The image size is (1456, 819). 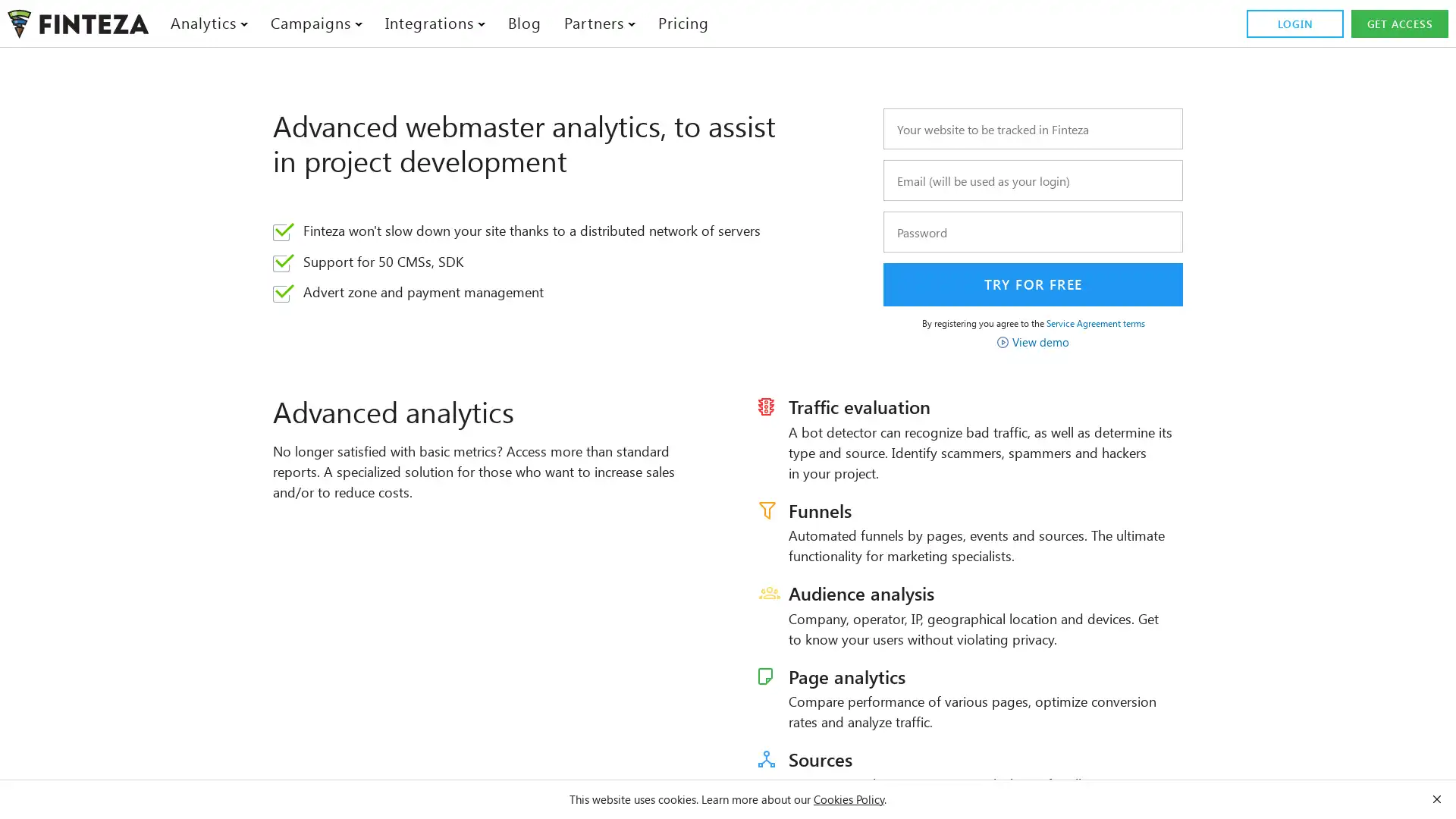 I want to click on Try for free, so click(x=1032, y=284).